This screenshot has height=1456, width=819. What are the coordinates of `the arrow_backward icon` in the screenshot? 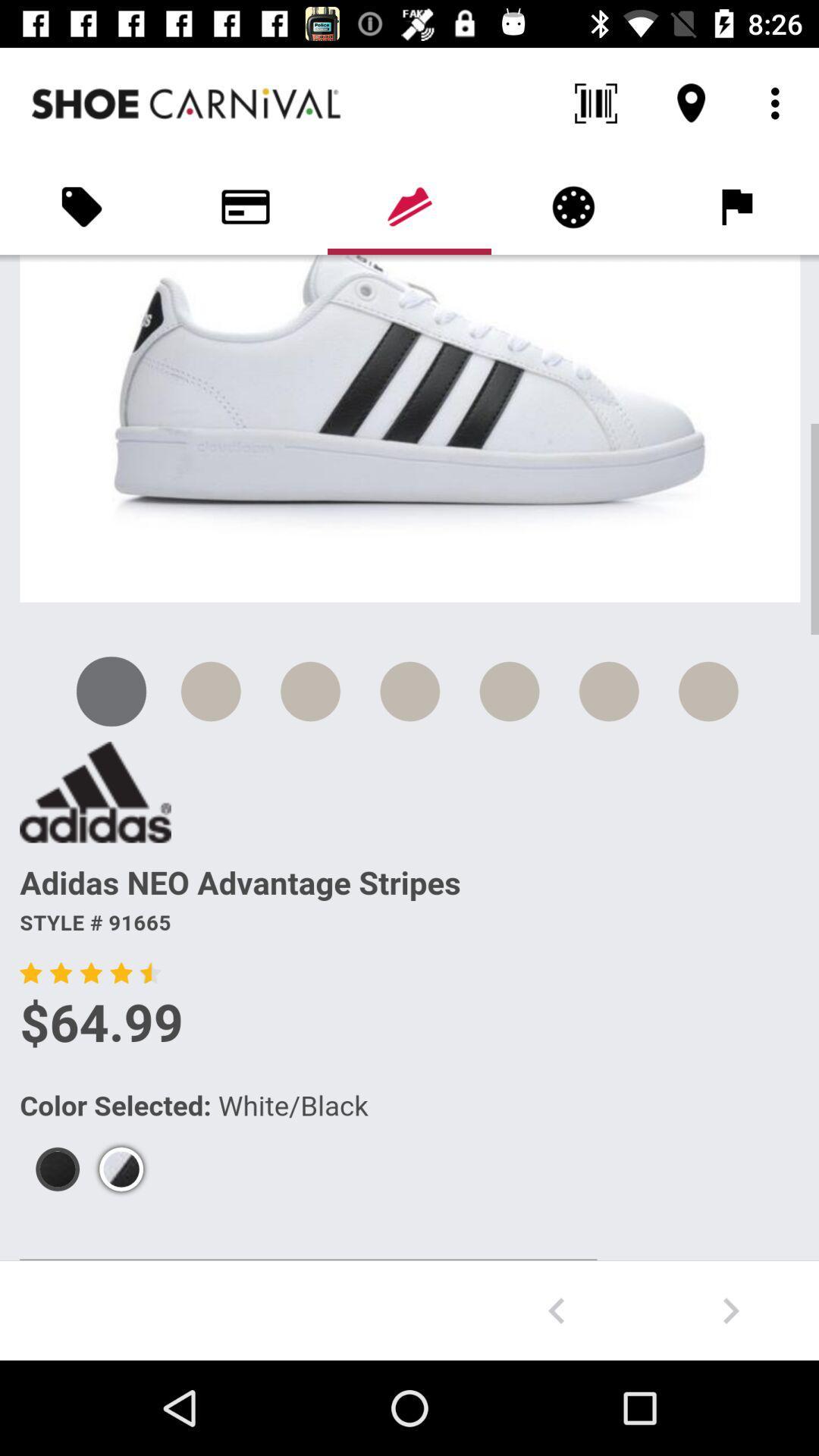 It's located at (556, 1310).